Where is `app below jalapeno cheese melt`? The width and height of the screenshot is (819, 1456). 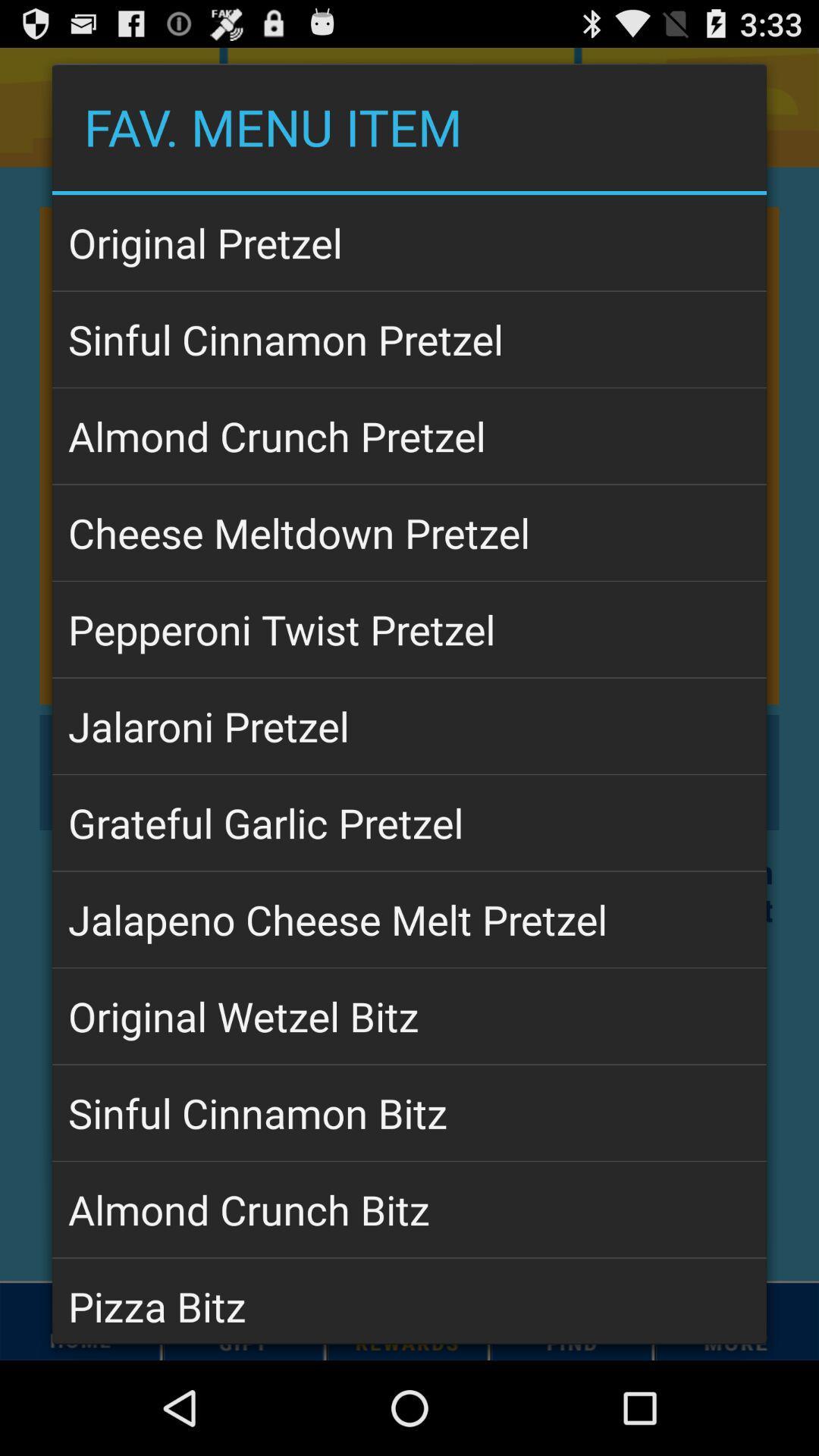 app below jalapeno cheese melt is located at coordinates (409, 1016).